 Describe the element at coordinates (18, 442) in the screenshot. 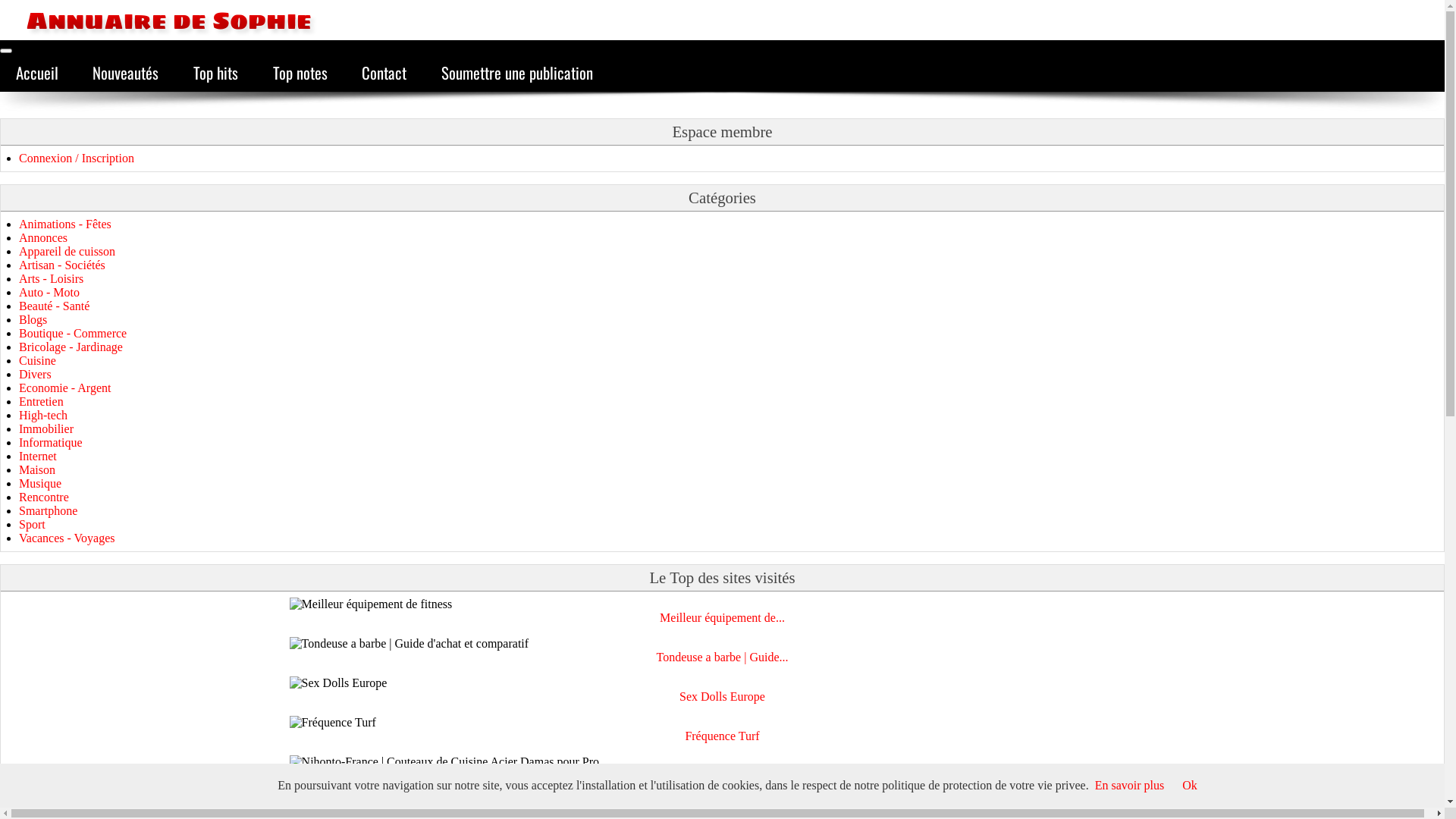

I see `'Informatique'` at that location.